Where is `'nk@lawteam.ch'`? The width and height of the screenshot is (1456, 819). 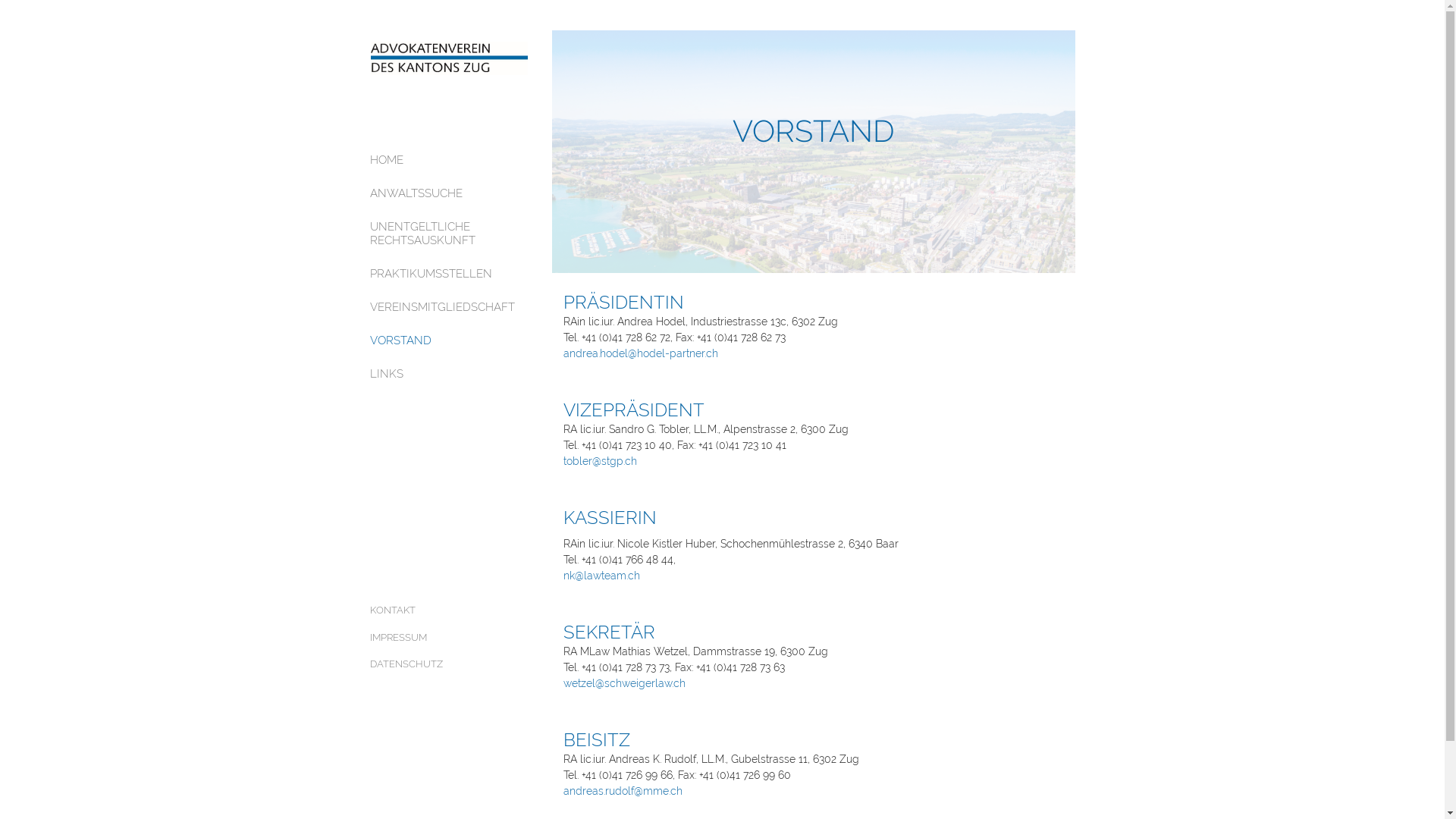
'nk@lawteam.ch' is located at coordinates (600, 576).